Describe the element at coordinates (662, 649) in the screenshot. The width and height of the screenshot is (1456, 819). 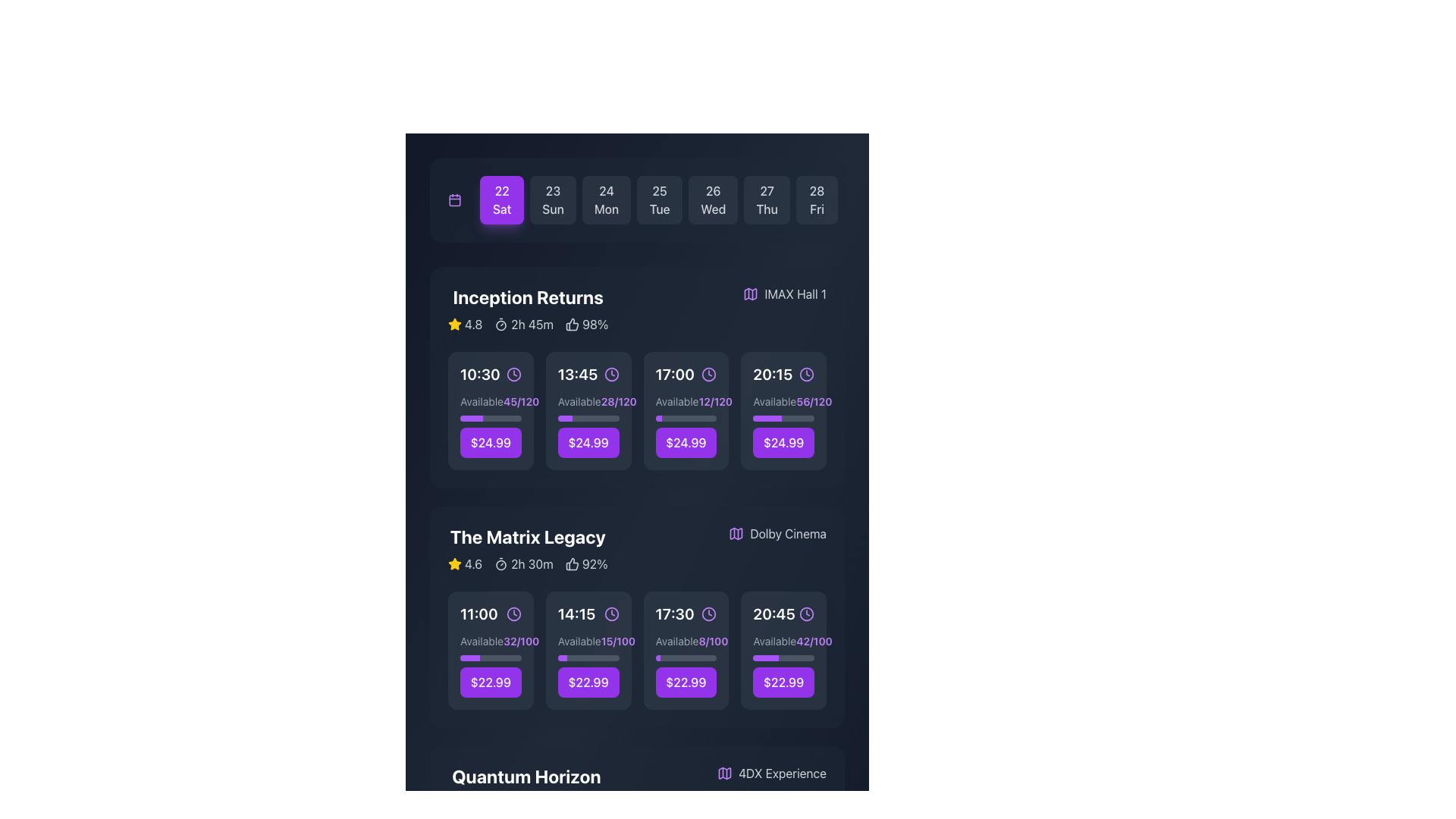
I see `the SVG icon styled as a sofa, which is the leftmost icon inside the button labeled 'Select Seats.'` at that location.